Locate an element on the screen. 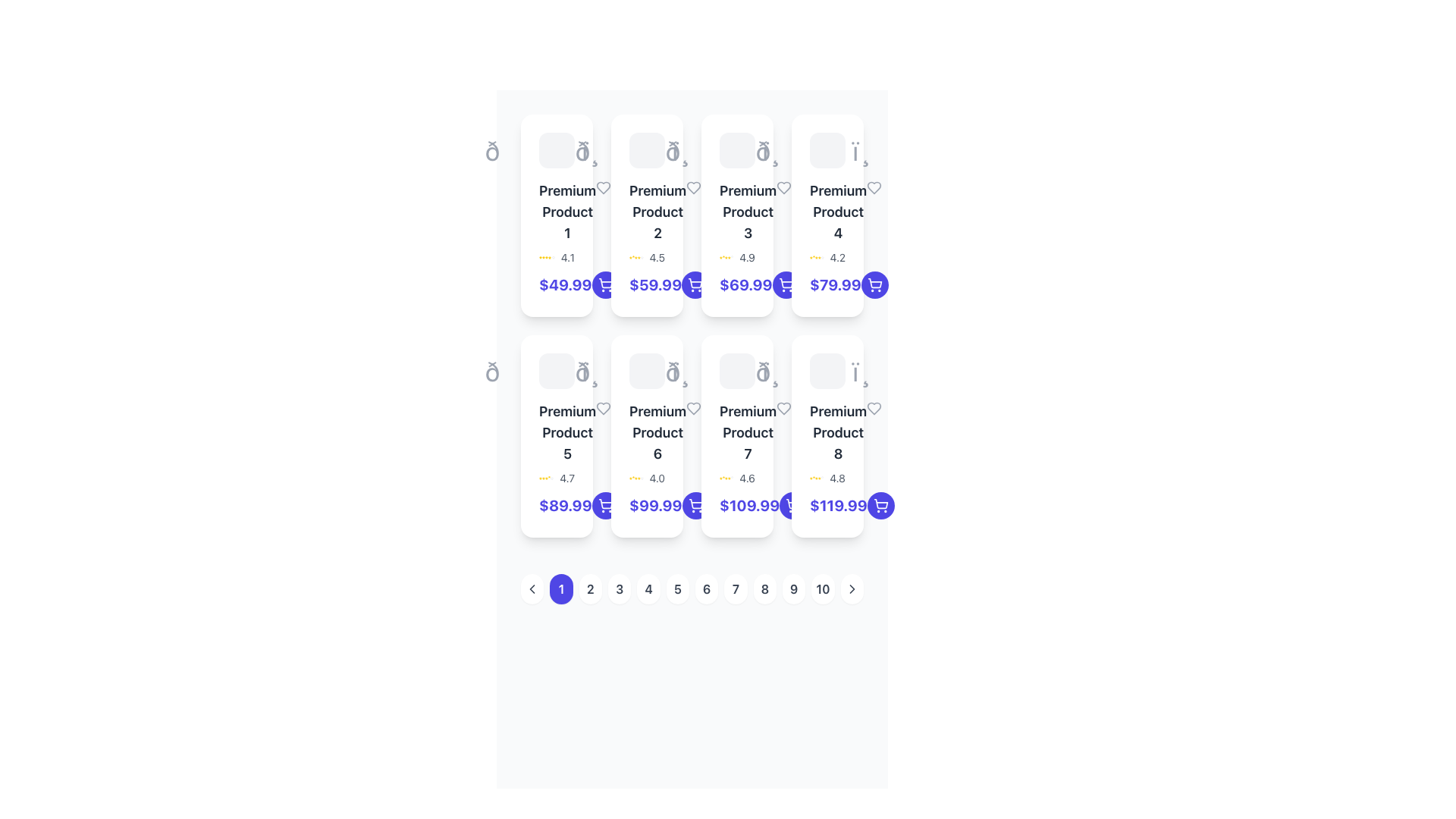  the fourth yellow filled star icon in the rating component for 'Premium Product 5' is located at coordinates (546, 479).